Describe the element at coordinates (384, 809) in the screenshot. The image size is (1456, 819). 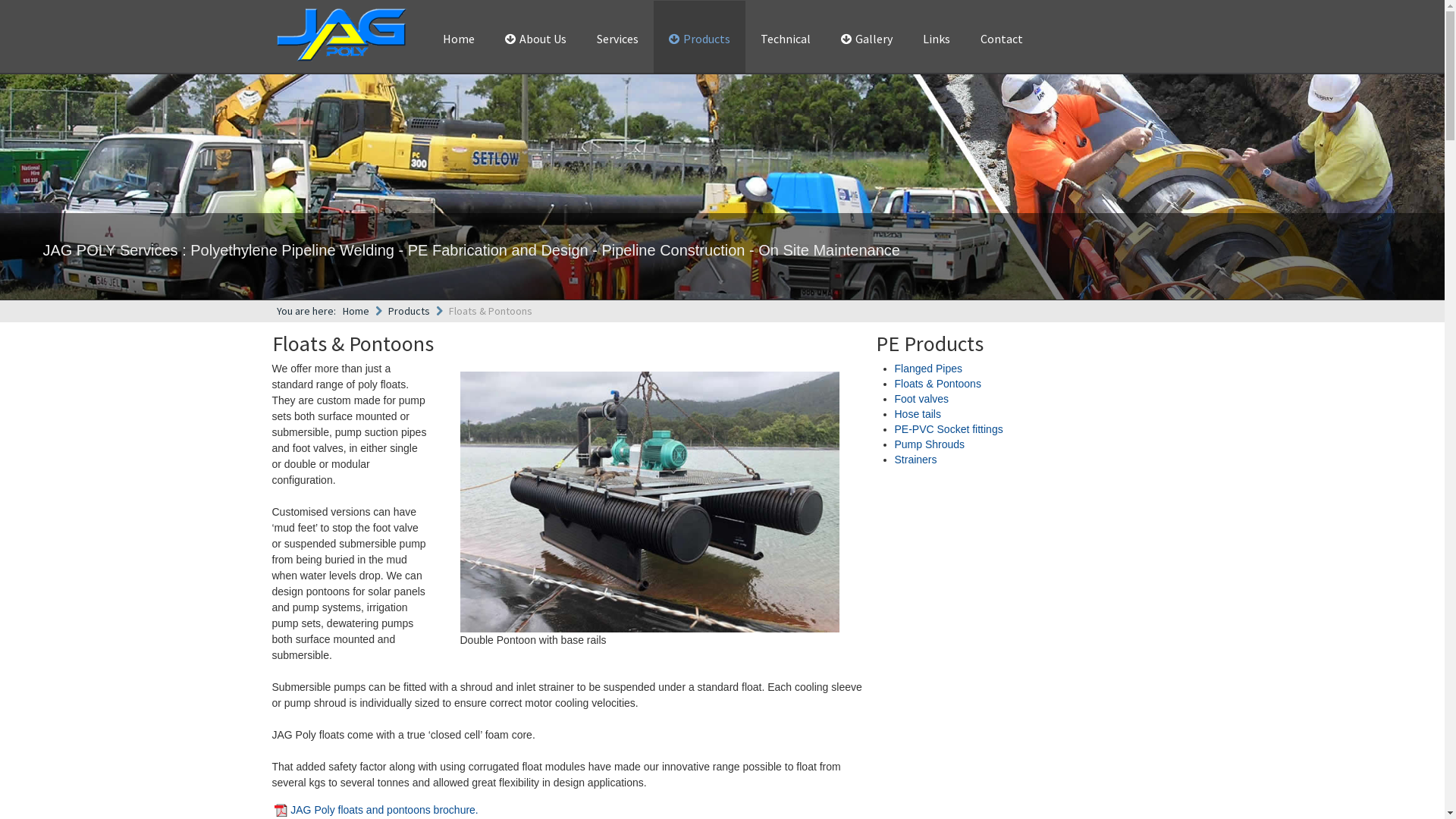
I see `'JAG Poly floats and pontoons brochure.'` at that location.